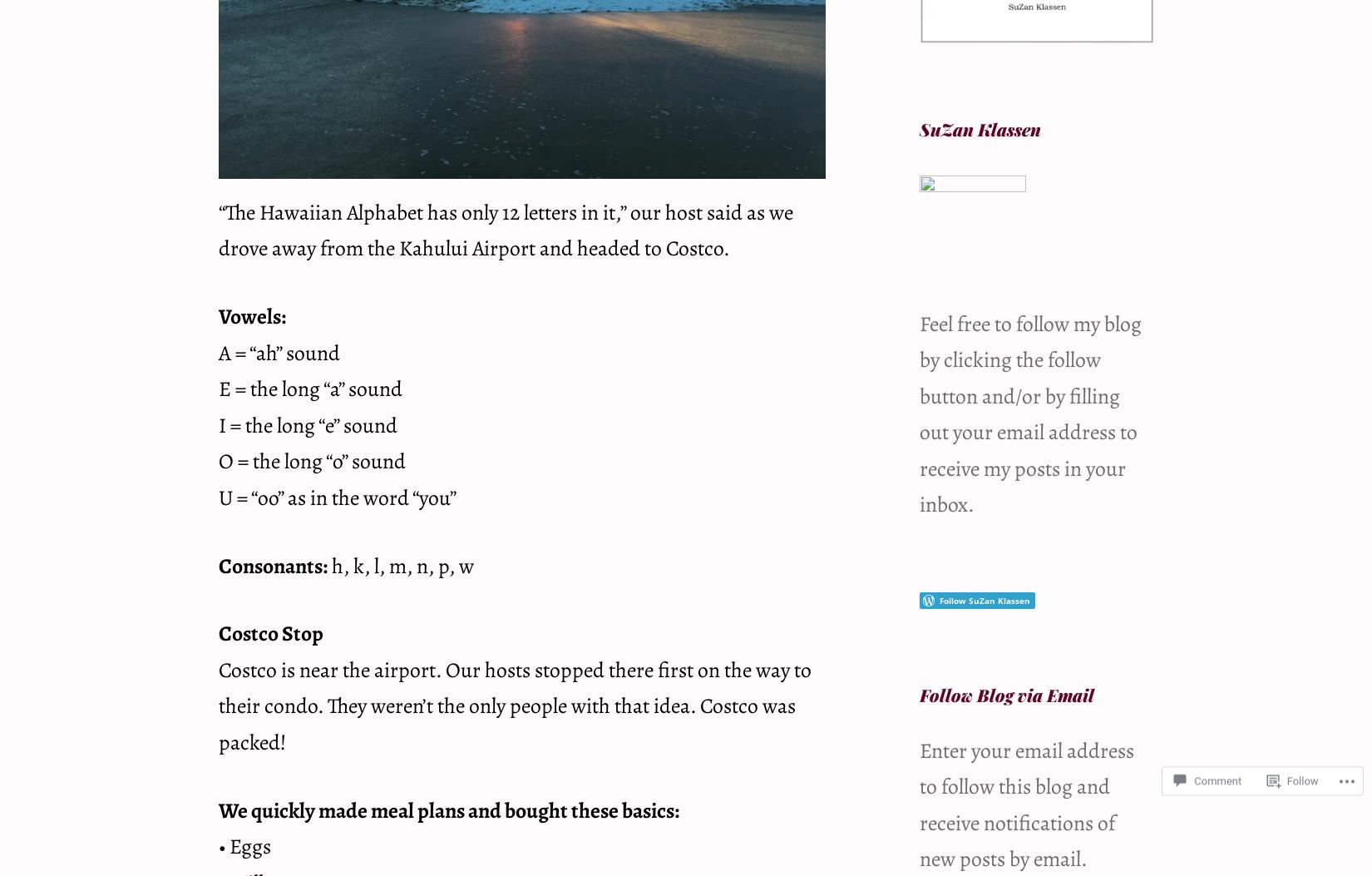 The width and height of the screenshot is (1372, 876). What do you see at coordinates (919, 413) in the screenshot?
I see `'Feel free to follow my blog by clicking the follow button and/or by filling out your email address to receive my posts in your inbox.'` at bounding box center [919, 413].